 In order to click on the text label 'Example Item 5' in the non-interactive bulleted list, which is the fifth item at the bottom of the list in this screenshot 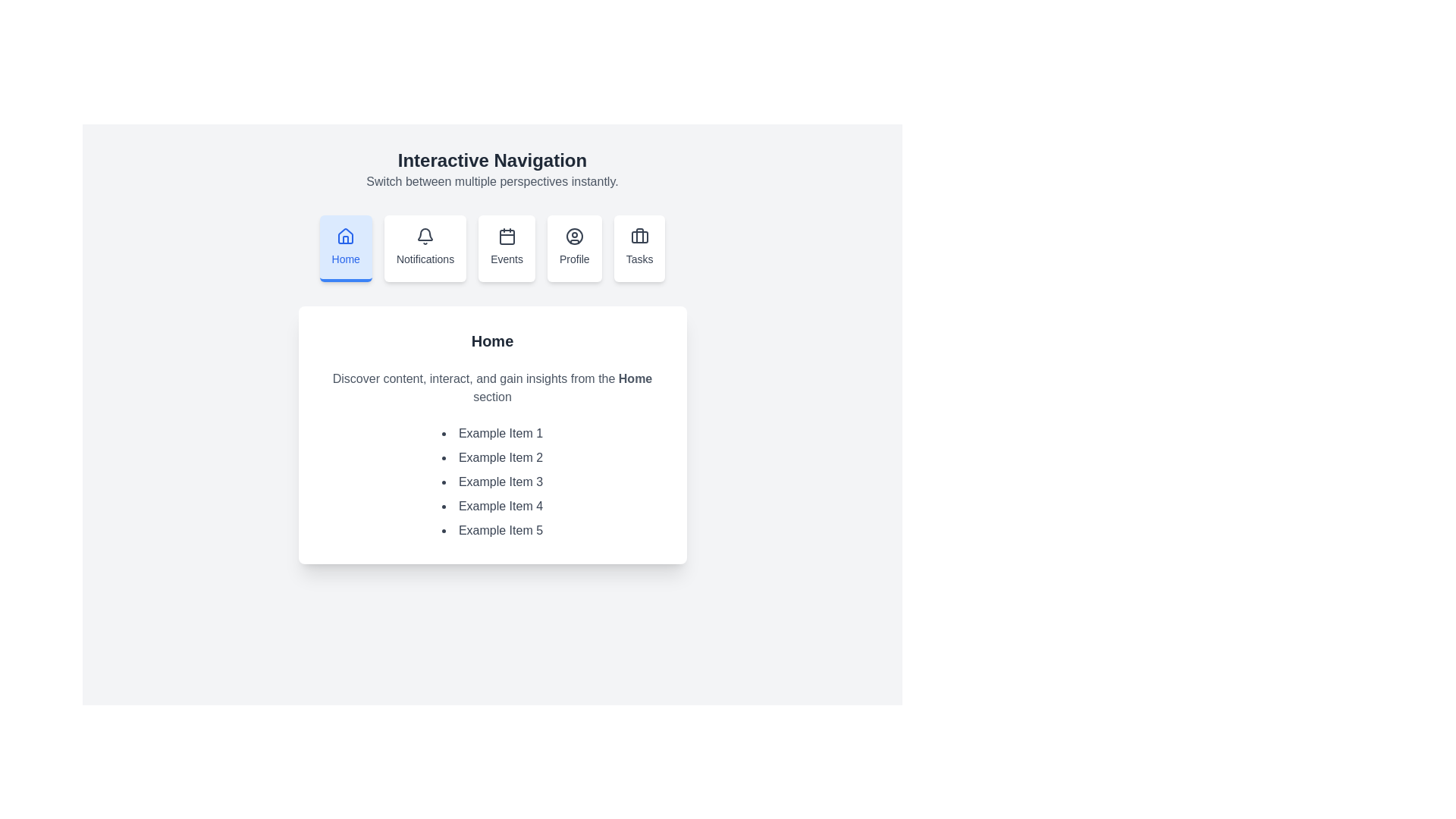, I will do `click(492, 529)`.